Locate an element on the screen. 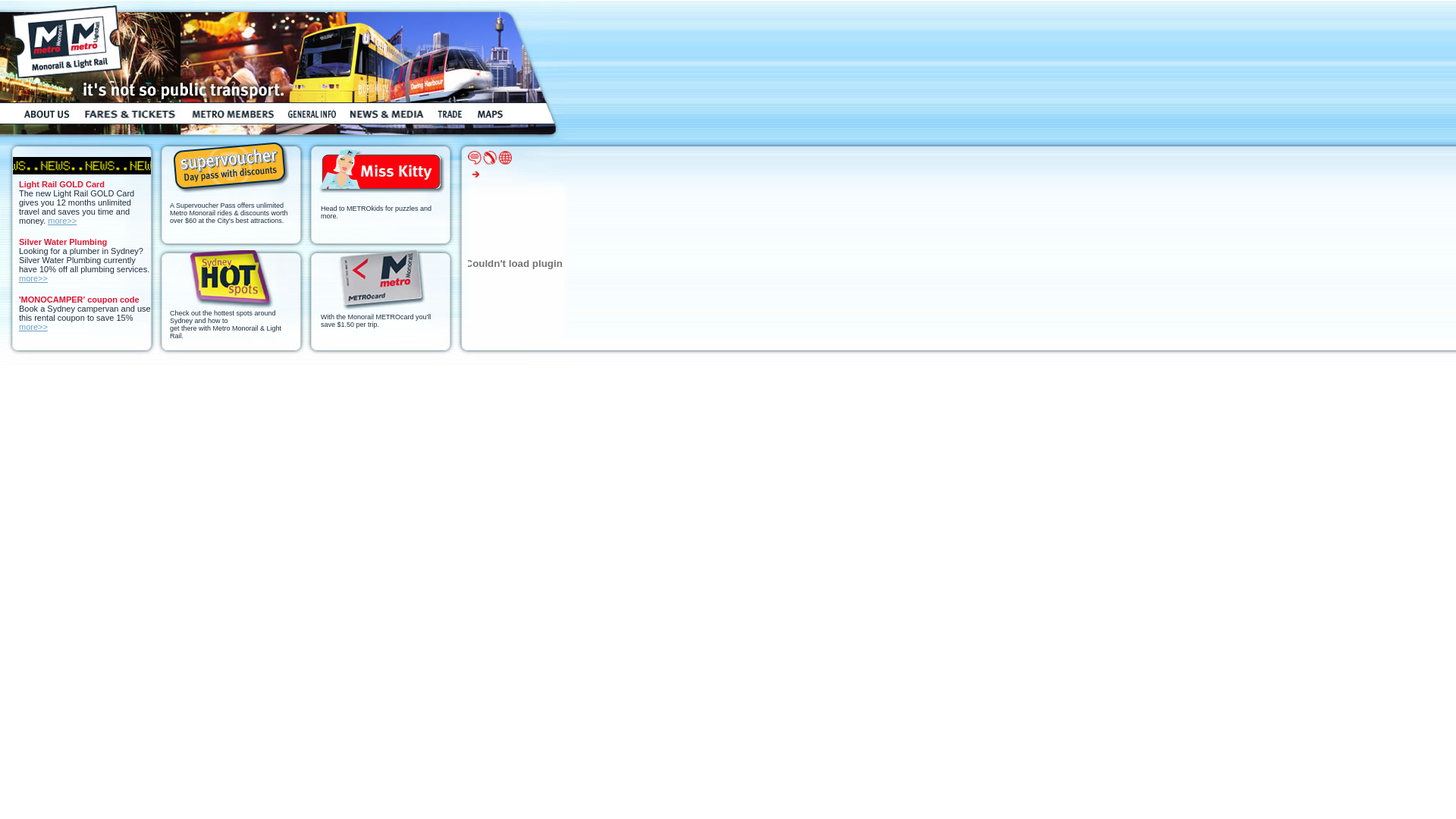  'more>>' is located at coordinates (33, 326).